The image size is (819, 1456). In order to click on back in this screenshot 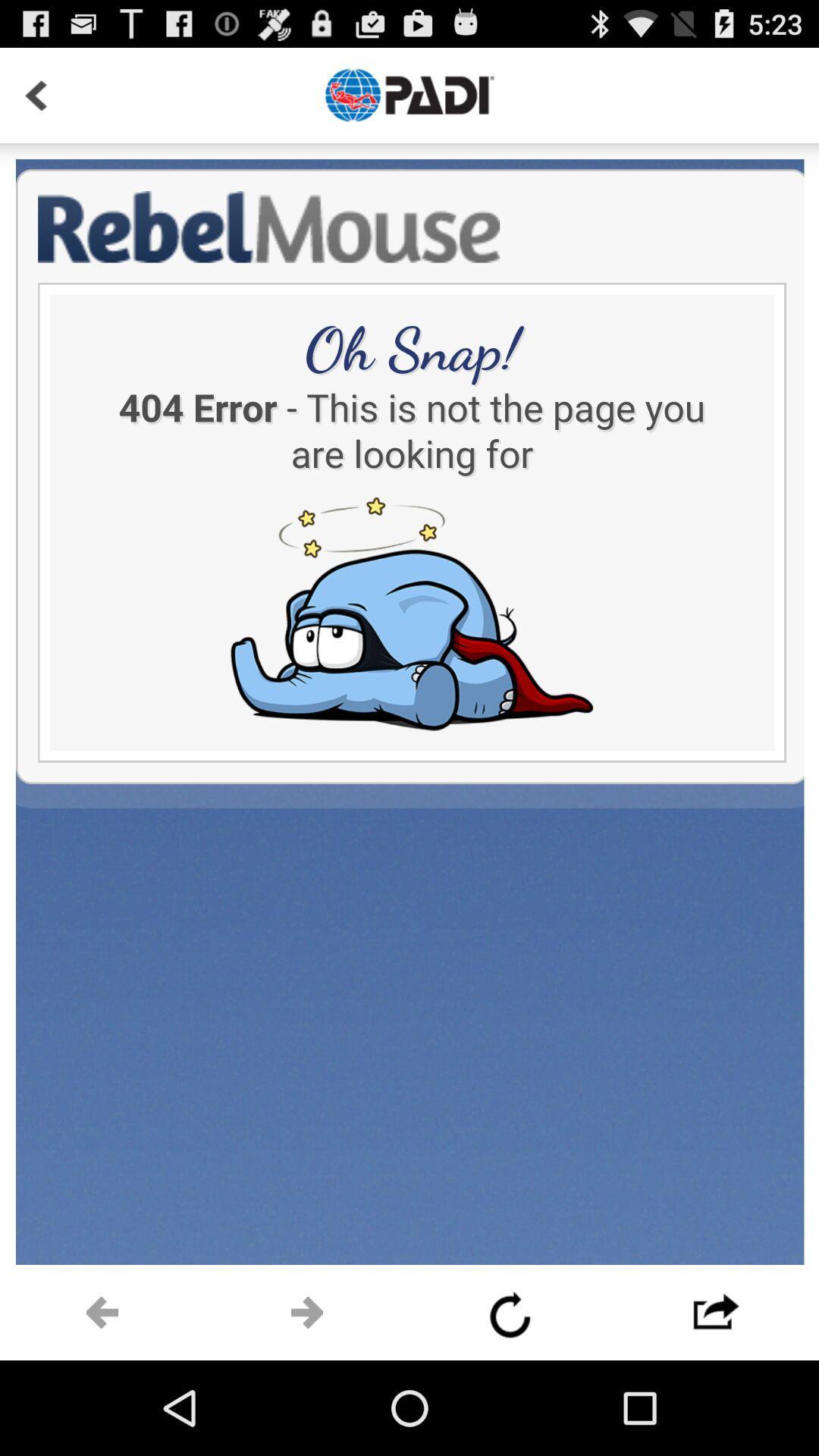, I will do `click(35, 94)`.